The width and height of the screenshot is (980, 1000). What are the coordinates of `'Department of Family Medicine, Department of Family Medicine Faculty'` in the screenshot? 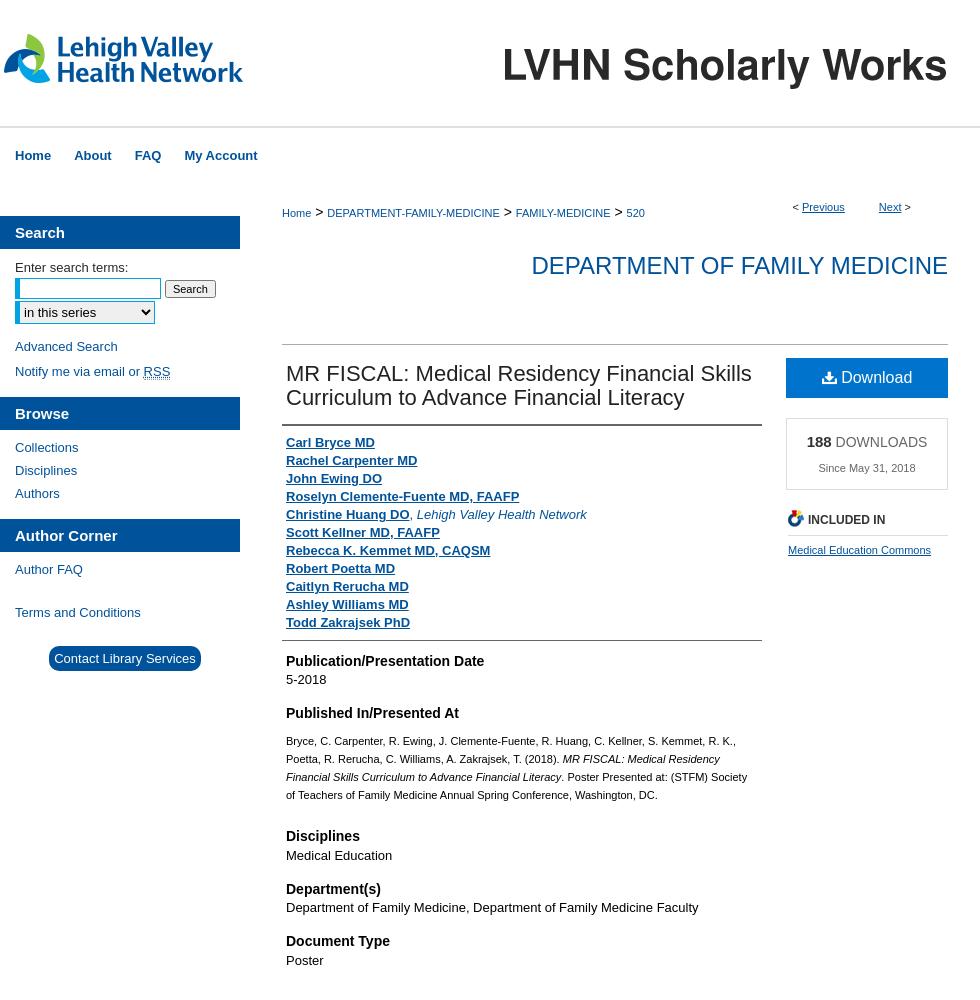 It's located at (285, 907).